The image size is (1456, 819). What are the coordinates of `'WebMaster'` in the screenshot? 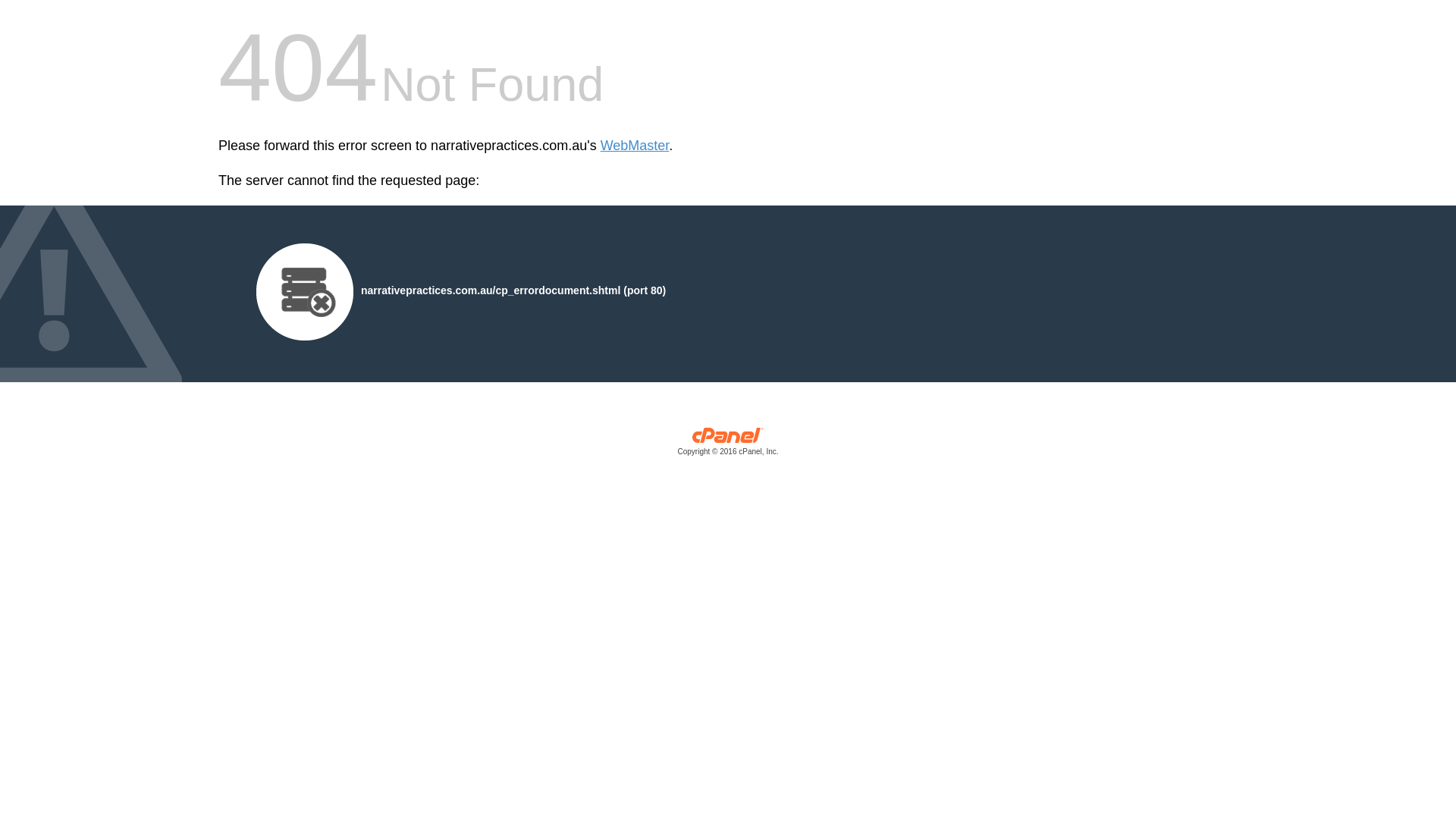 It's located at (635, 146).